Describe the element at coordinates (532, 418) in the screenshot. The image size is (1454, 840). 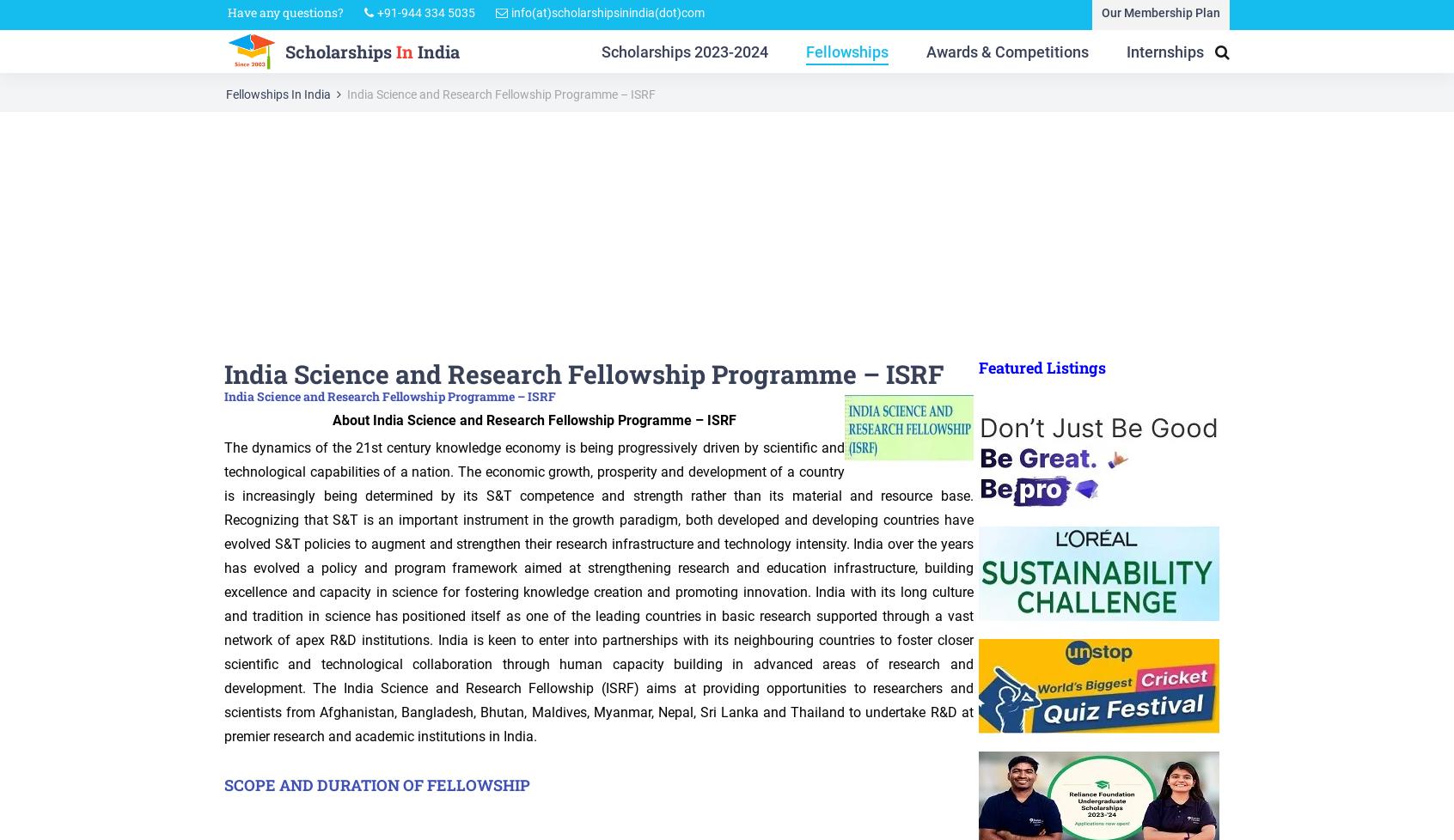
I see `'About India Science and Research Fellowship Programme – ISRF'` at that location.